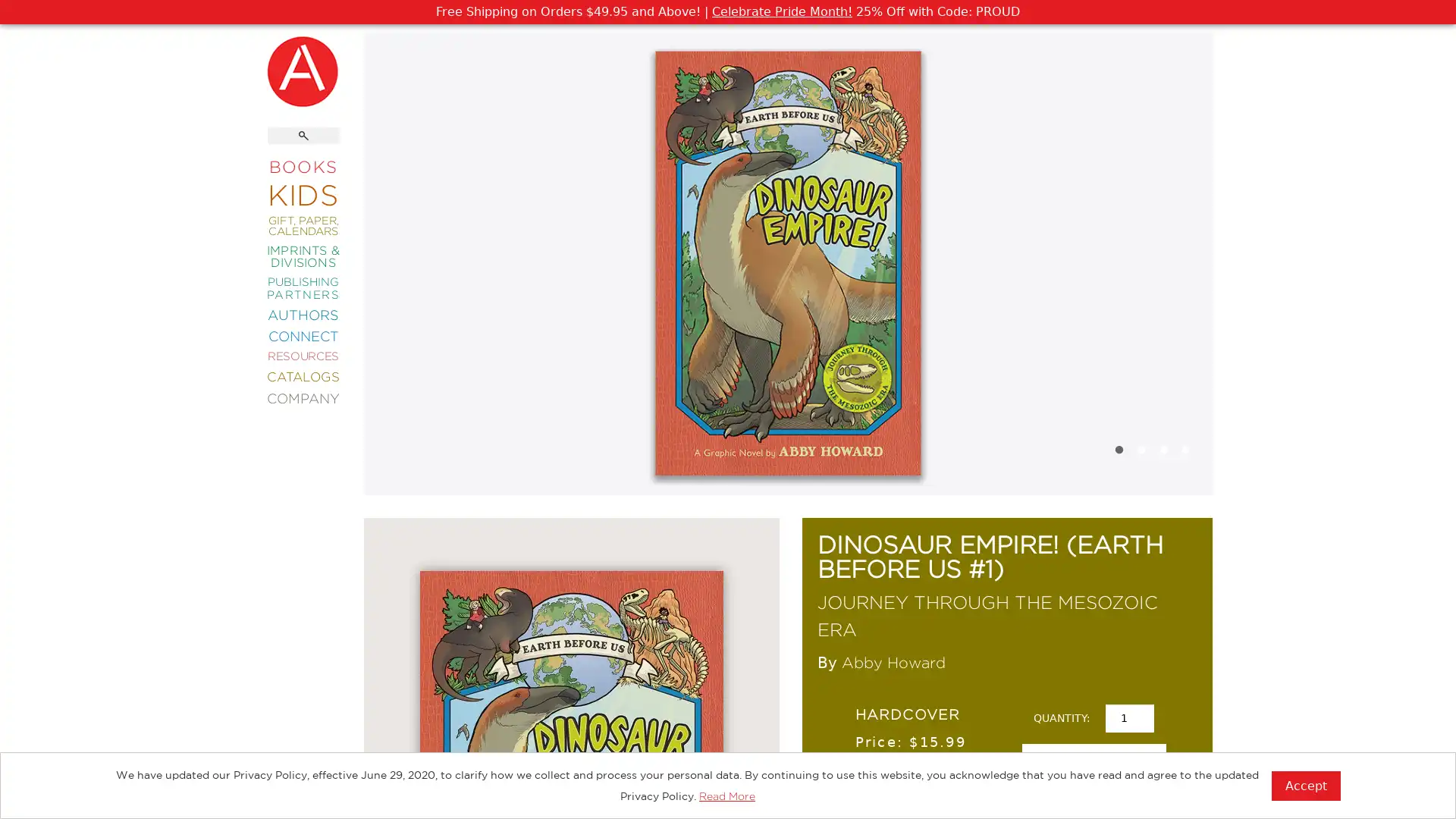 The height and width of the screenshot is (819, 1456). Describe the element at coordinates (303, 397) in the screenshot. I see `COMPANY` at that location.